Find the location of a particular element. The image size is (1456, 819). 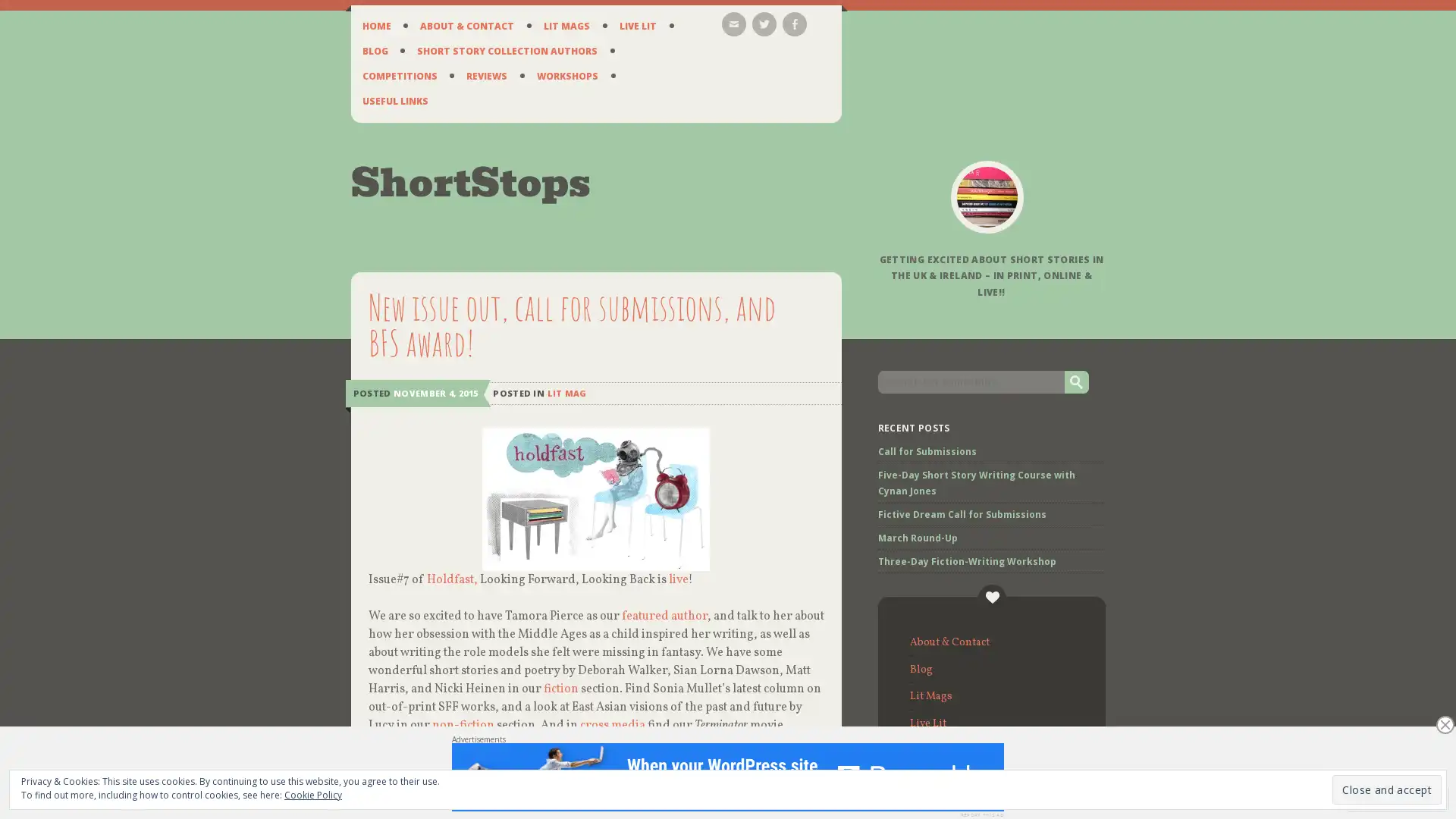

Go is located at coordinates (1076, 380).